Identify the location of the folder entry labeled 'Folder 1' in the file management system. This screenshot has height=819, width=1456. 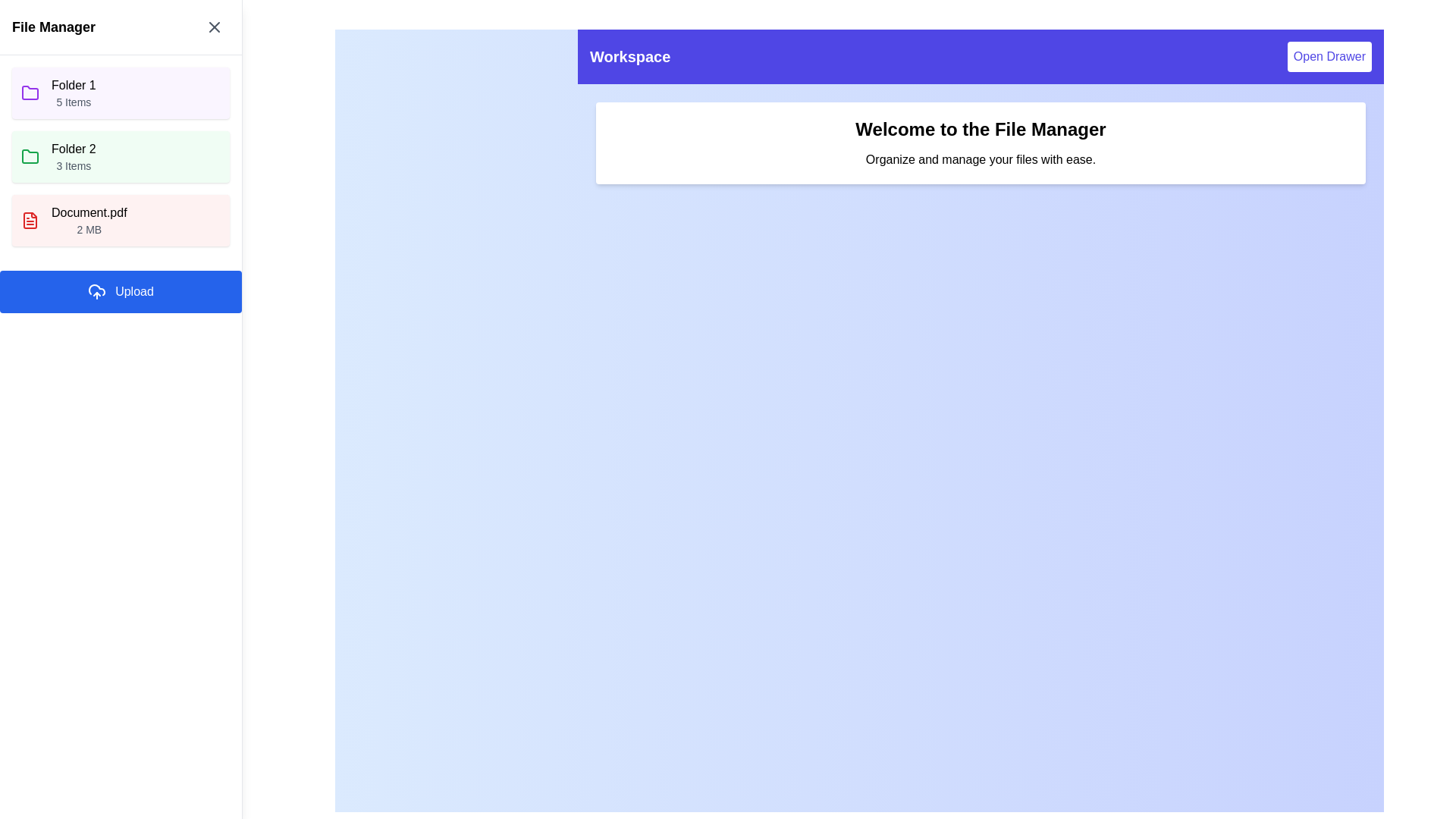
(120, 93).